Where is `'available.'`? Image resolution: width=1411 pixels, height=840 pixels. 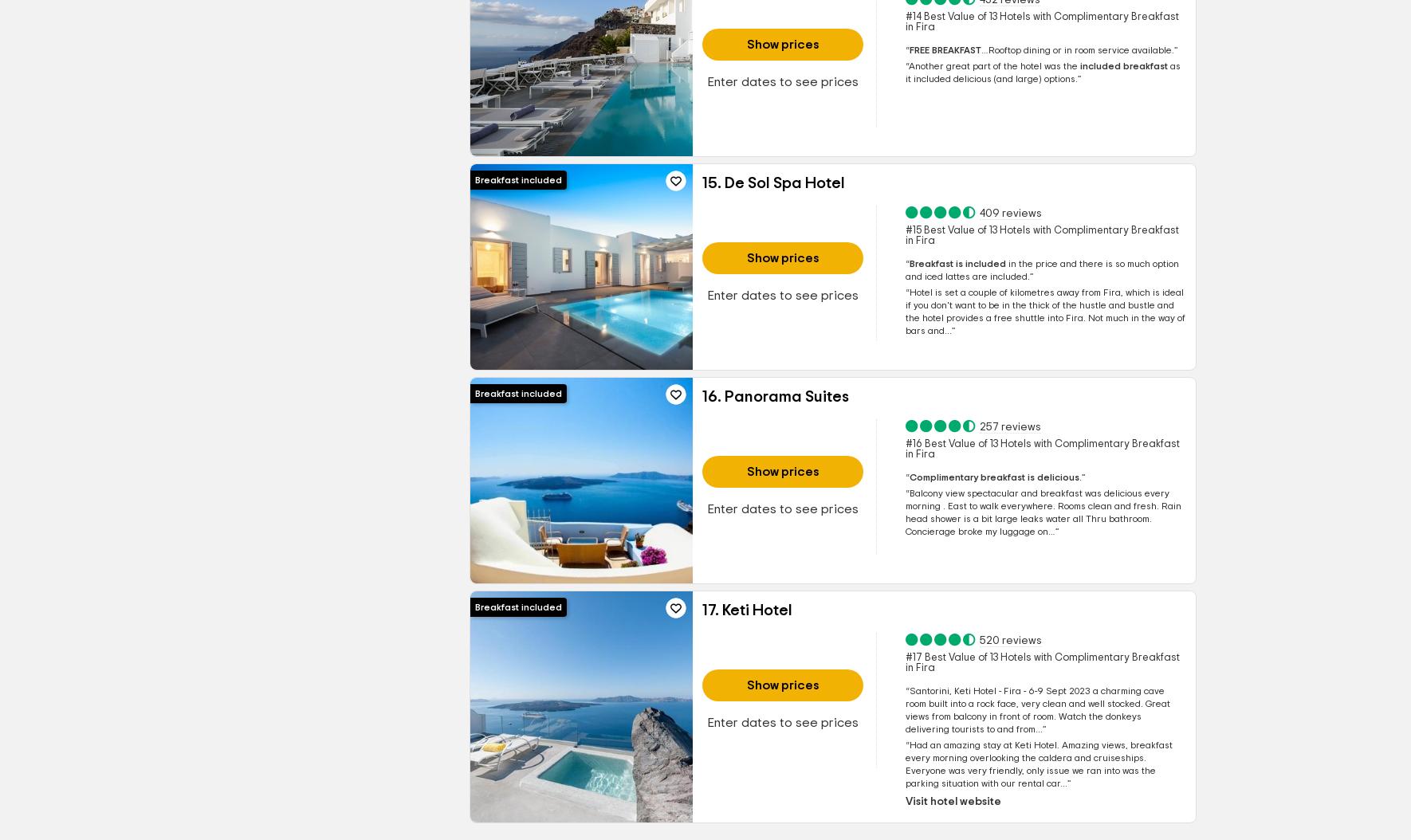
'available.' is located at coordinates (1150, 49).